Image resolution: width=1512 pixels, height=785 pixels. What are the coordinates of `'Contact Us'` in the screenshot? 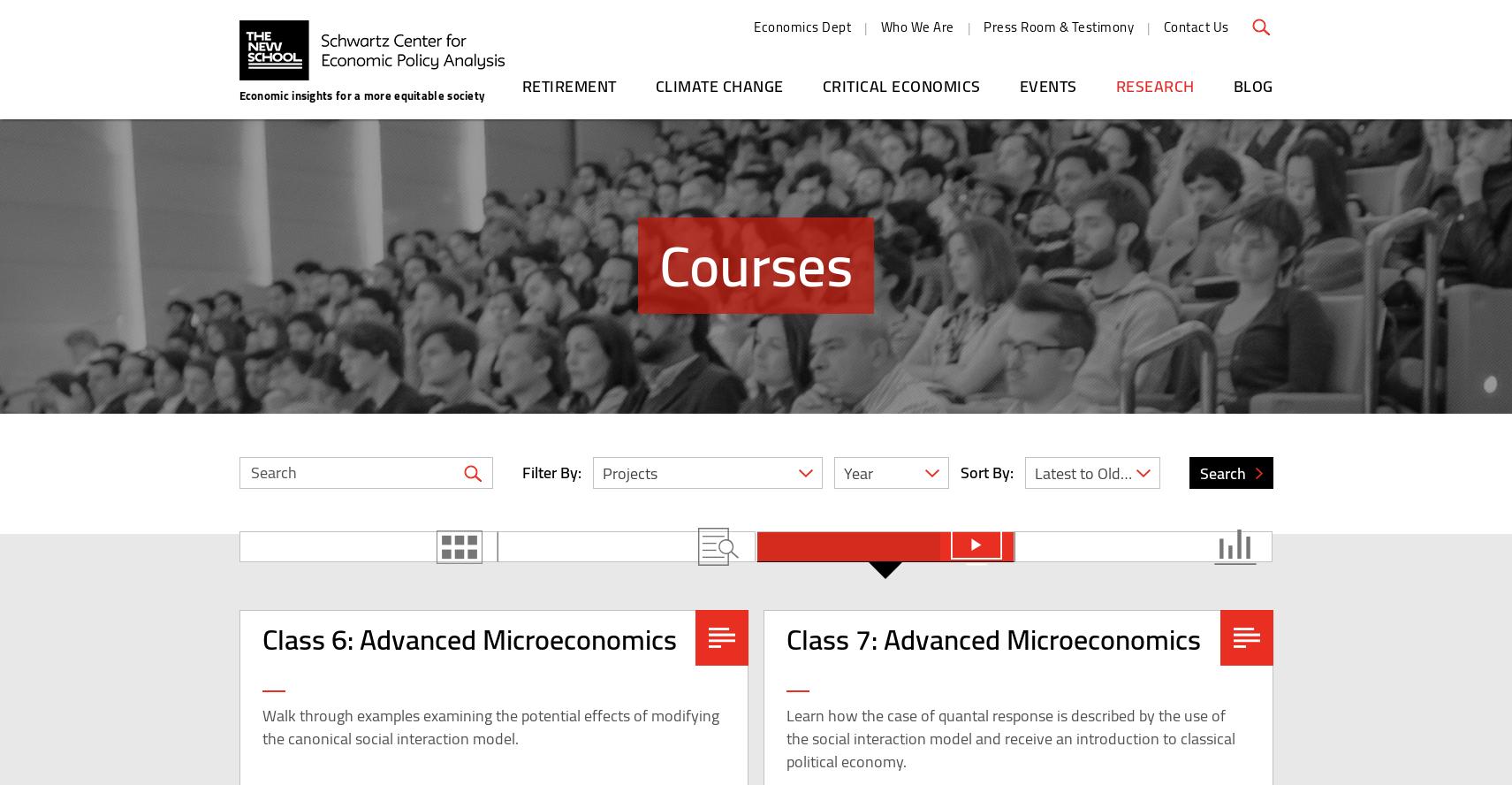 It's located at (1195, 27).